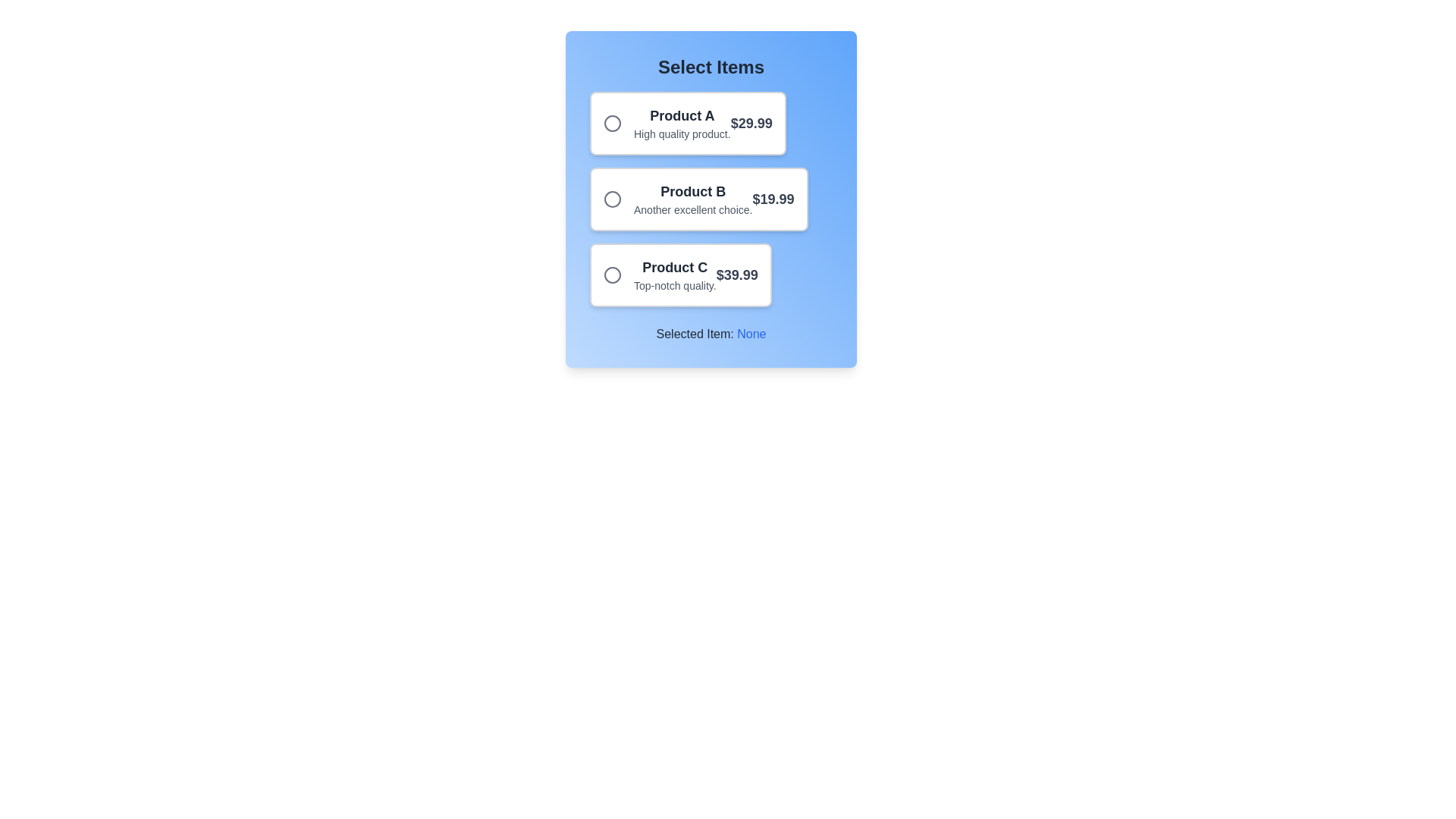  What do you see at coordinates (612, 198) in the screenshot?
I see `the SVG circle graphic representing the second option labeled 'Product B' in the vertical list of selectable items` at bounding box center [612, 198].